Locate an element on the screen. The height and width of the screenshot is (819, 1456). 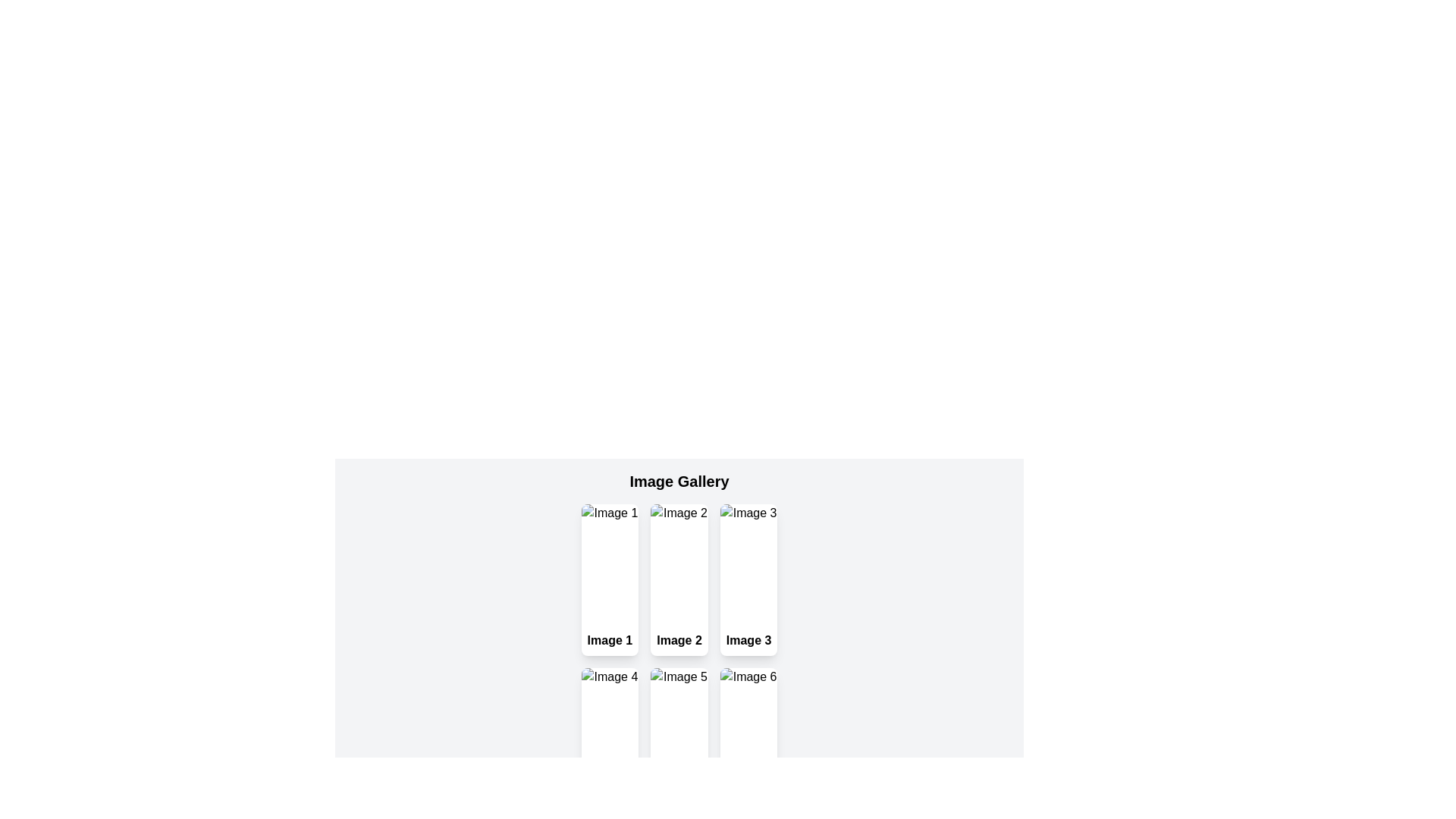
the image element representing the preview for the associated card located in the 'Image Gallery' section, positioned centrally in the third row and second column of the layout grid is located at coordinates (679, 727).